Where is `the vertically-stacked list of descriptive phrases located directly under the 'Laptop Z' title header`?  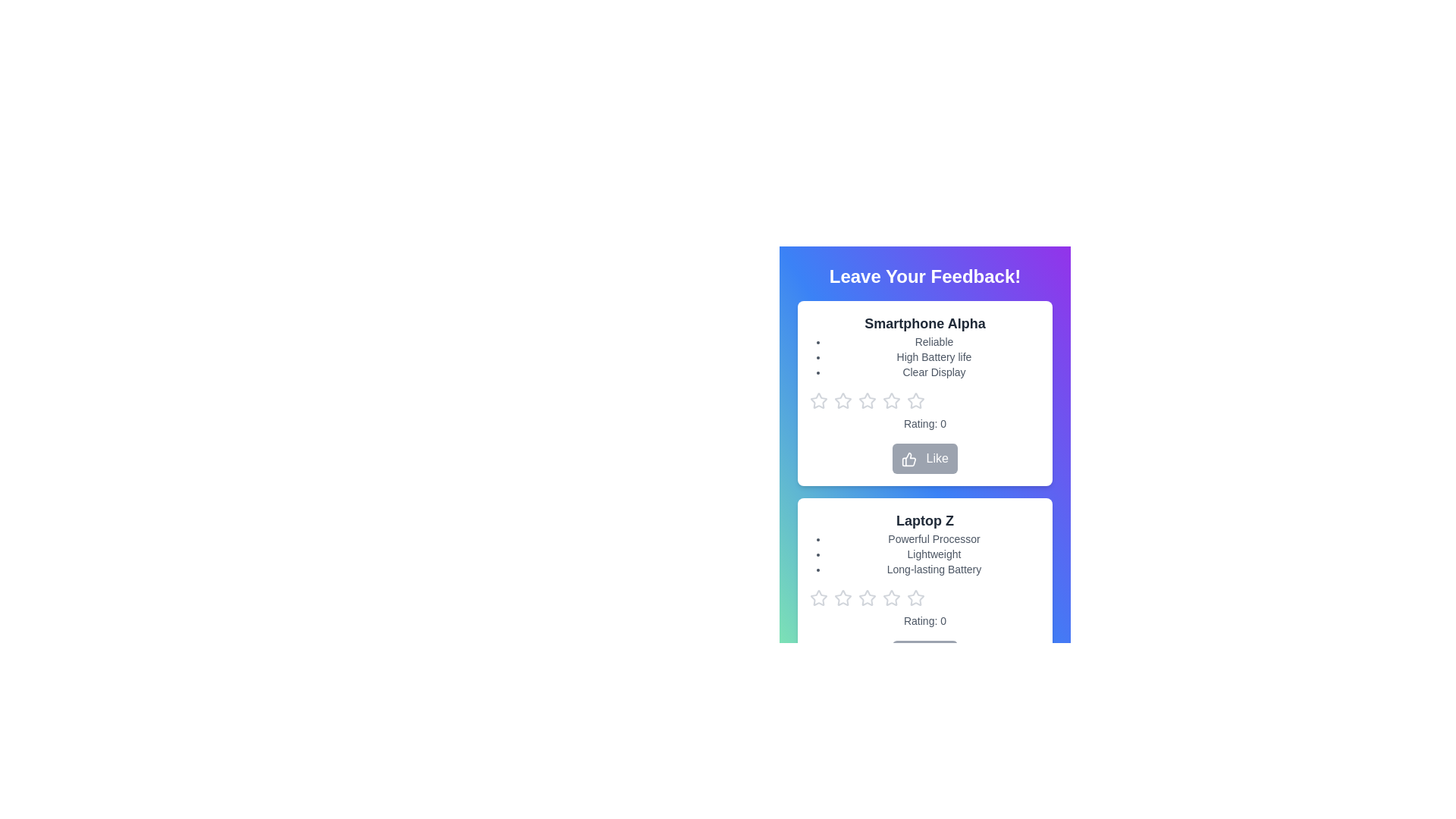
the vertically-stacked list of descriptive phrases located directly under the 'Laptop Z' title header is located at coordinates (934, 554).